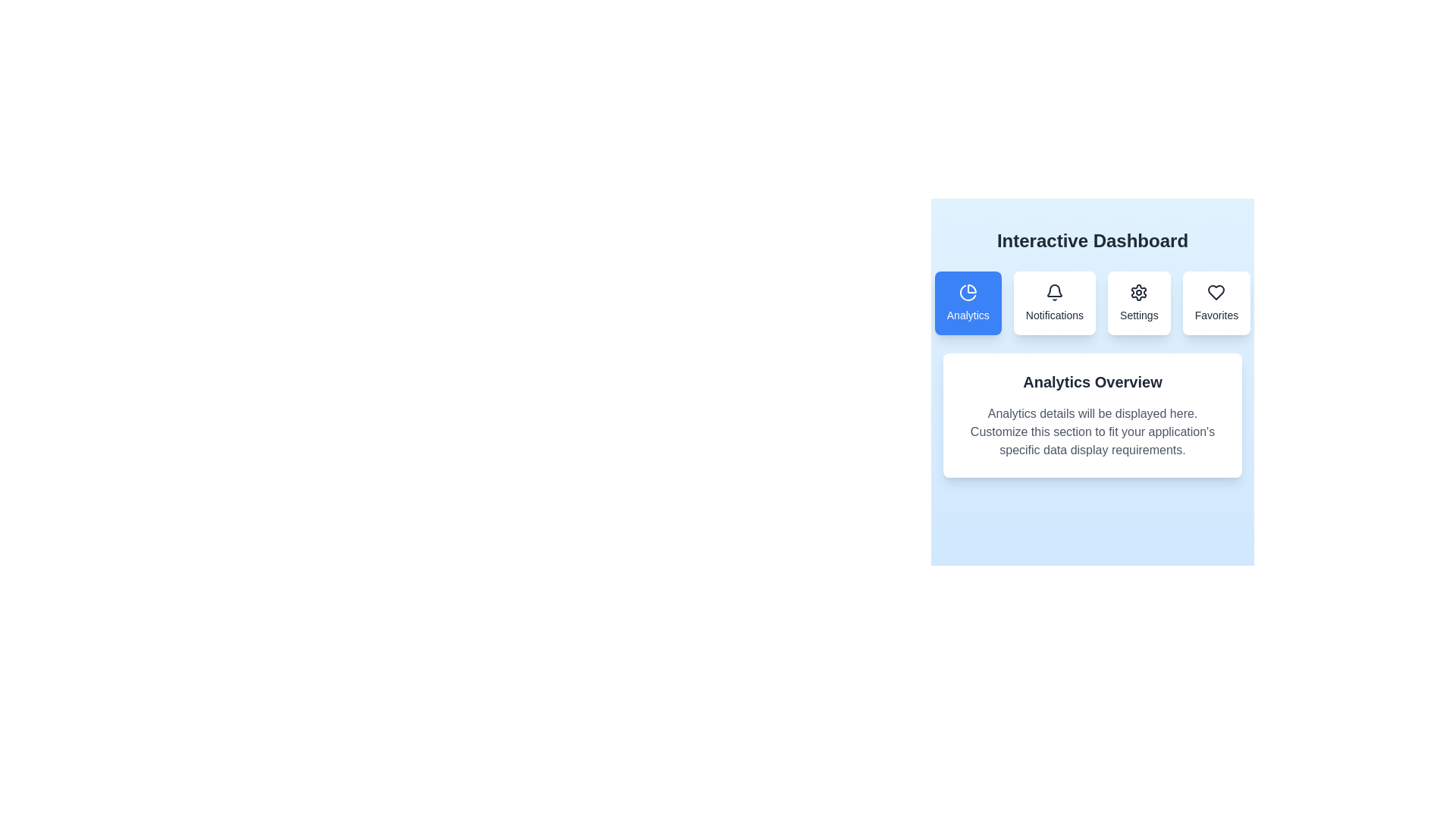 The image size is (1456, 819). What do you see at coordinates (1092, 415) in the screenshot?
I see `the Informational Panel located centrally below the 'Analytics' option in the options row` at bounding box center [1092, 415].